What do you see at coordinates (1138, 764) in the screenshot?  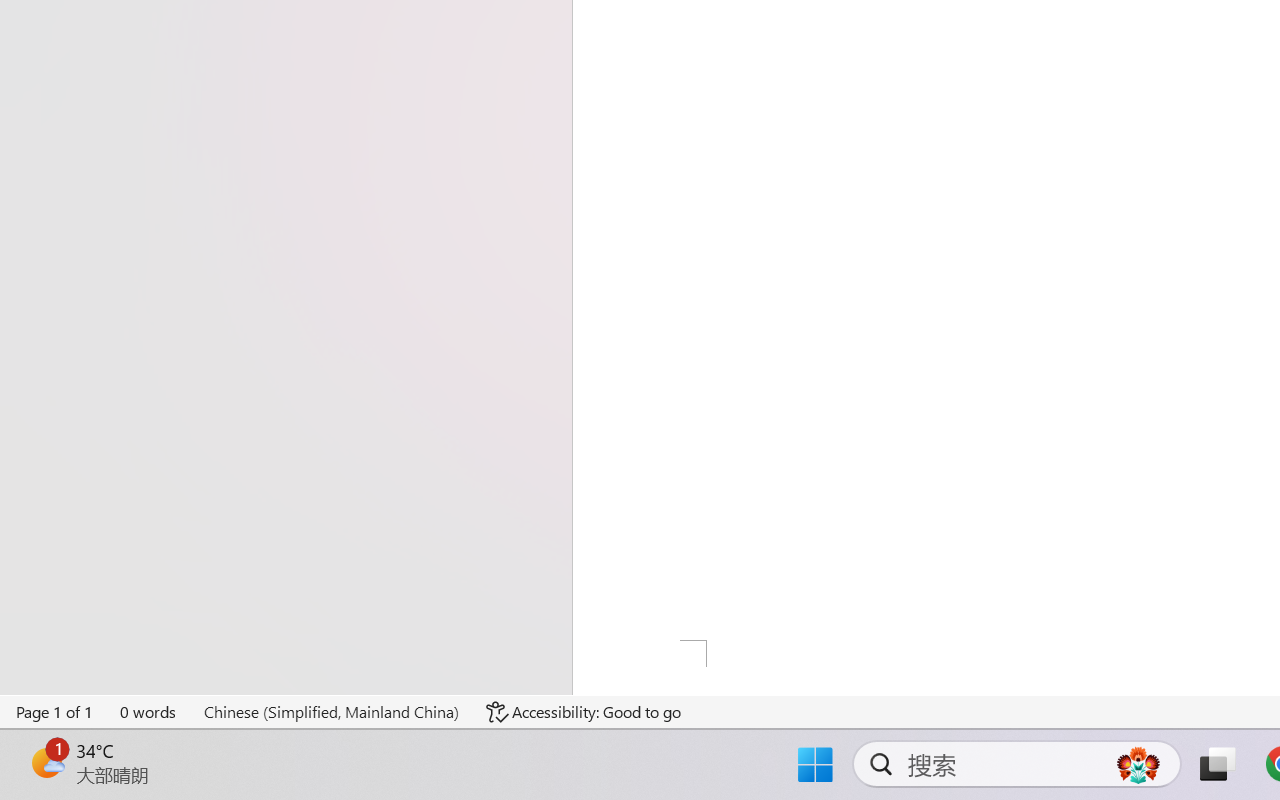 I see `'AutomationID: DynamicSearchBoxGleamImage'` at bounding box center [1138, 764].